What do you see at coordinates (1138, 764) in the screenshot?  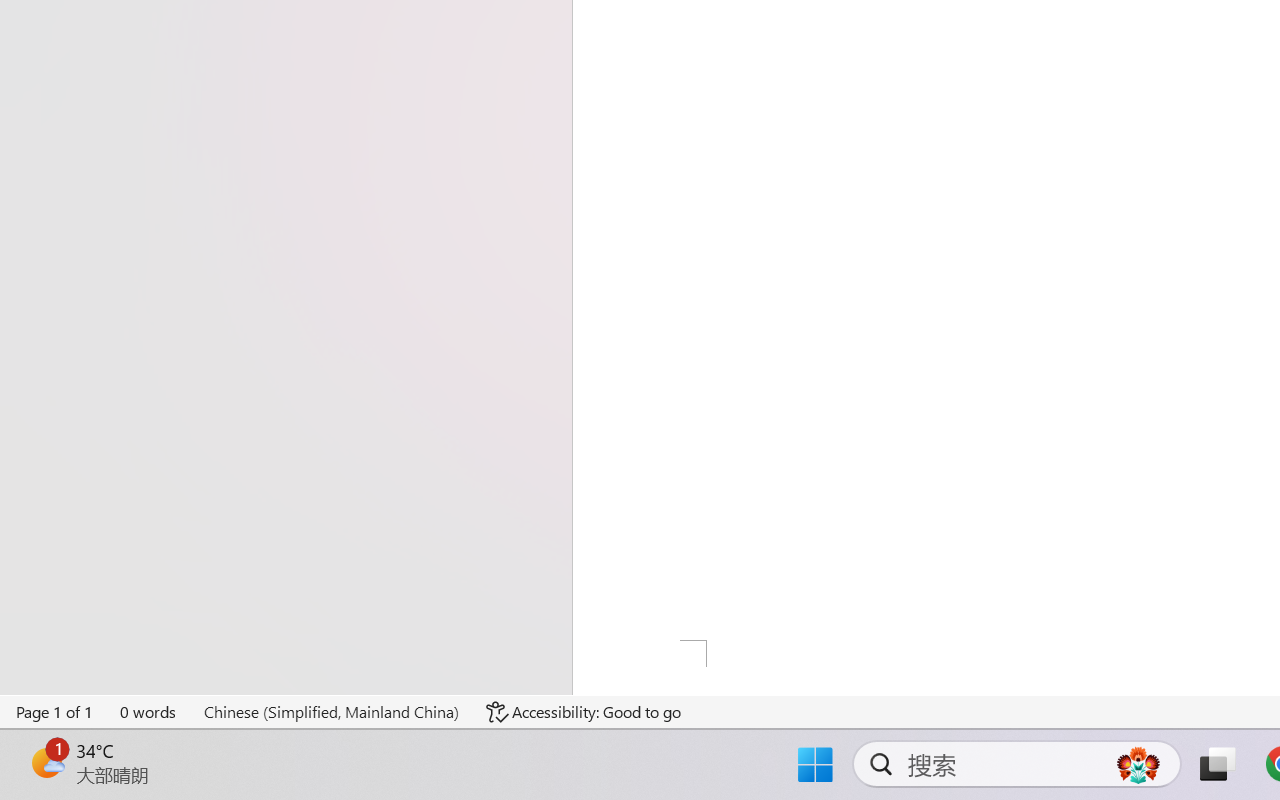 I see `'AutomationID: DynamicSearchBoxGleamImage'` at bounding box center [1138, 764].